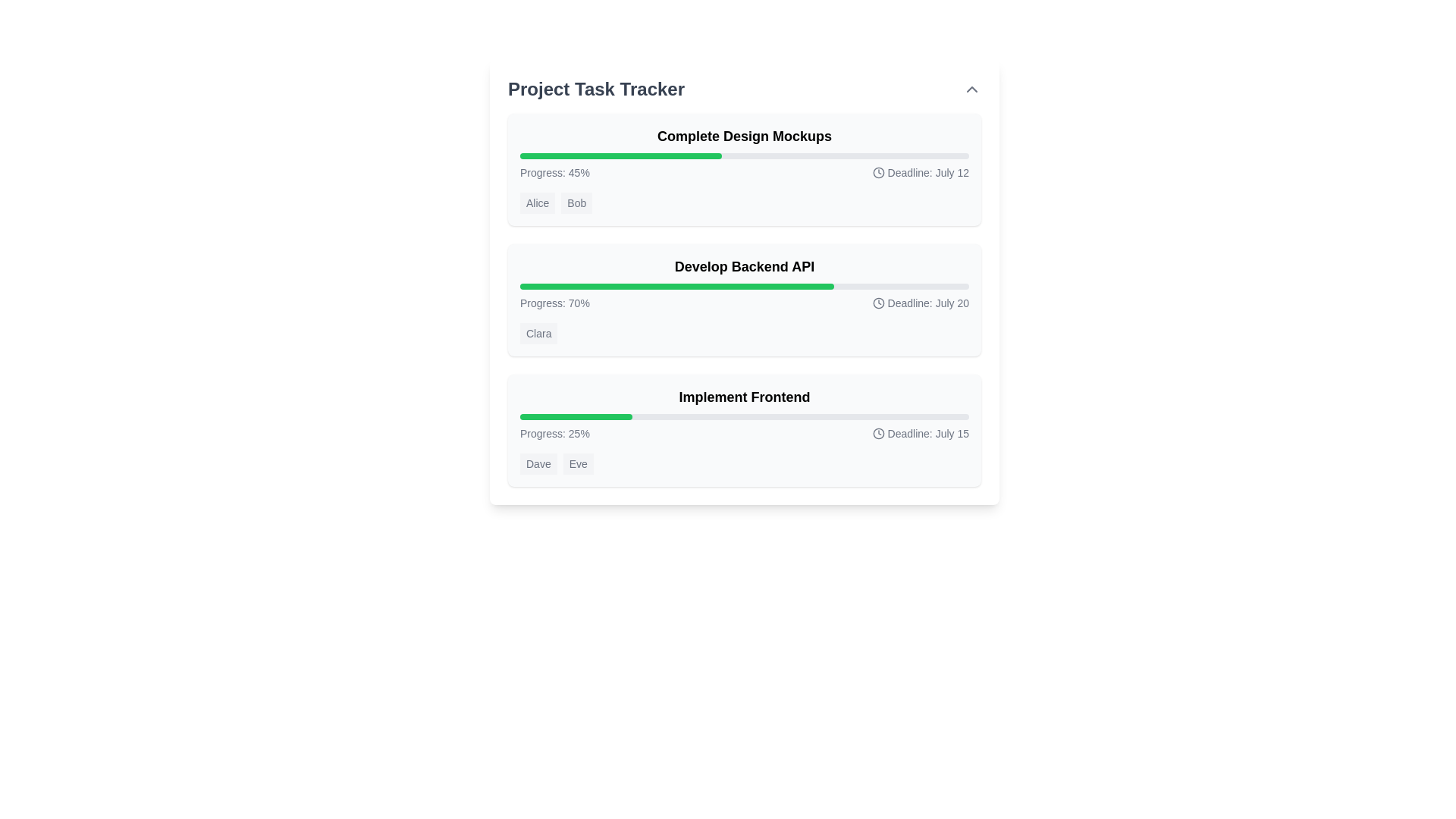 This screenshot has width=1456, height=819. Describe the element at coordinates (538, 463) in the screenshot. I see `text of the first label displaying the participant's name associated with the 'Implement Frontend' task, located at the bottom section of the task card` at that location.